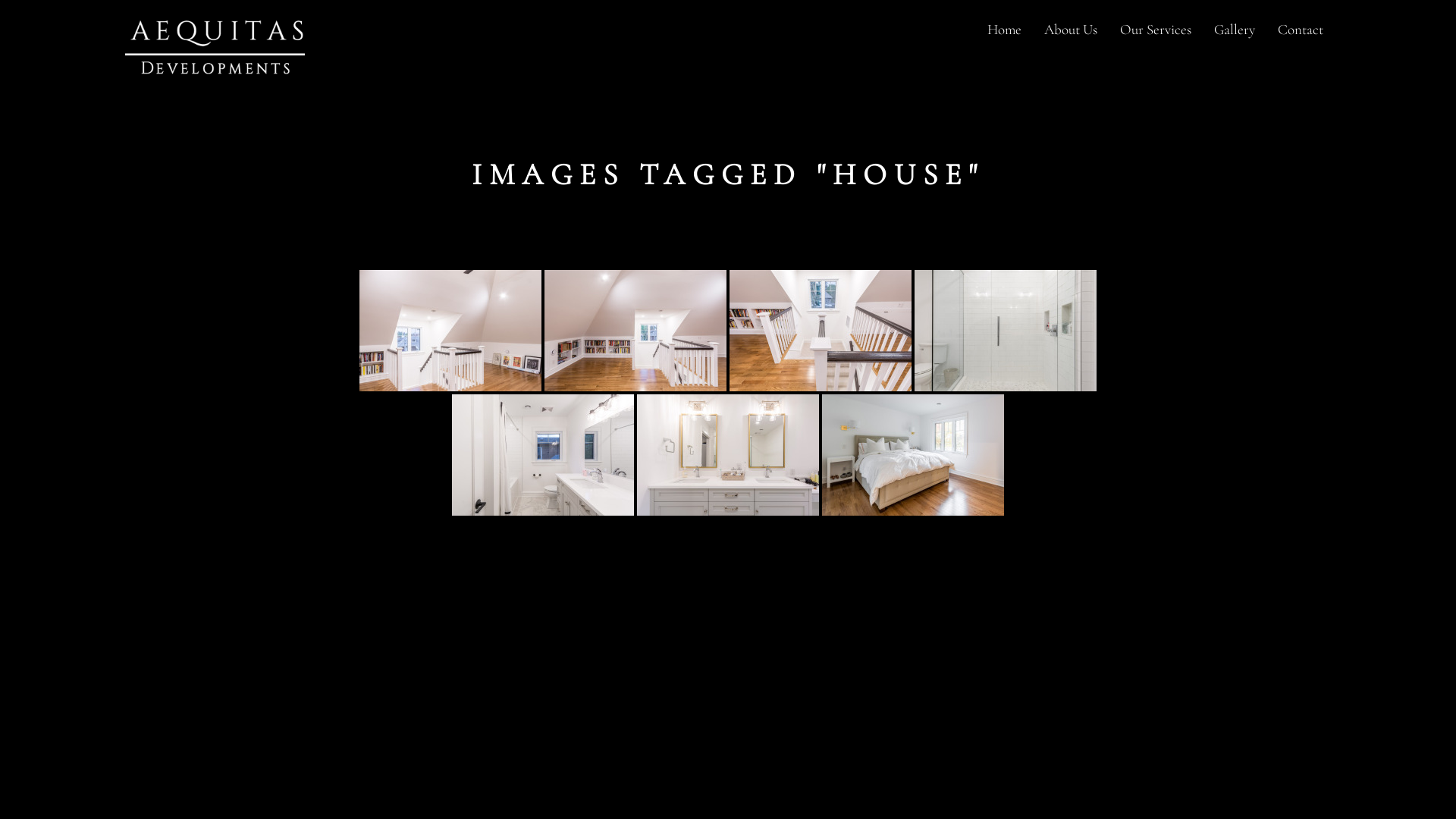  What do you see at coordinates (1299, 30) in the screenshot?
I see `'Contact'` at bounding box center [1299, 30].